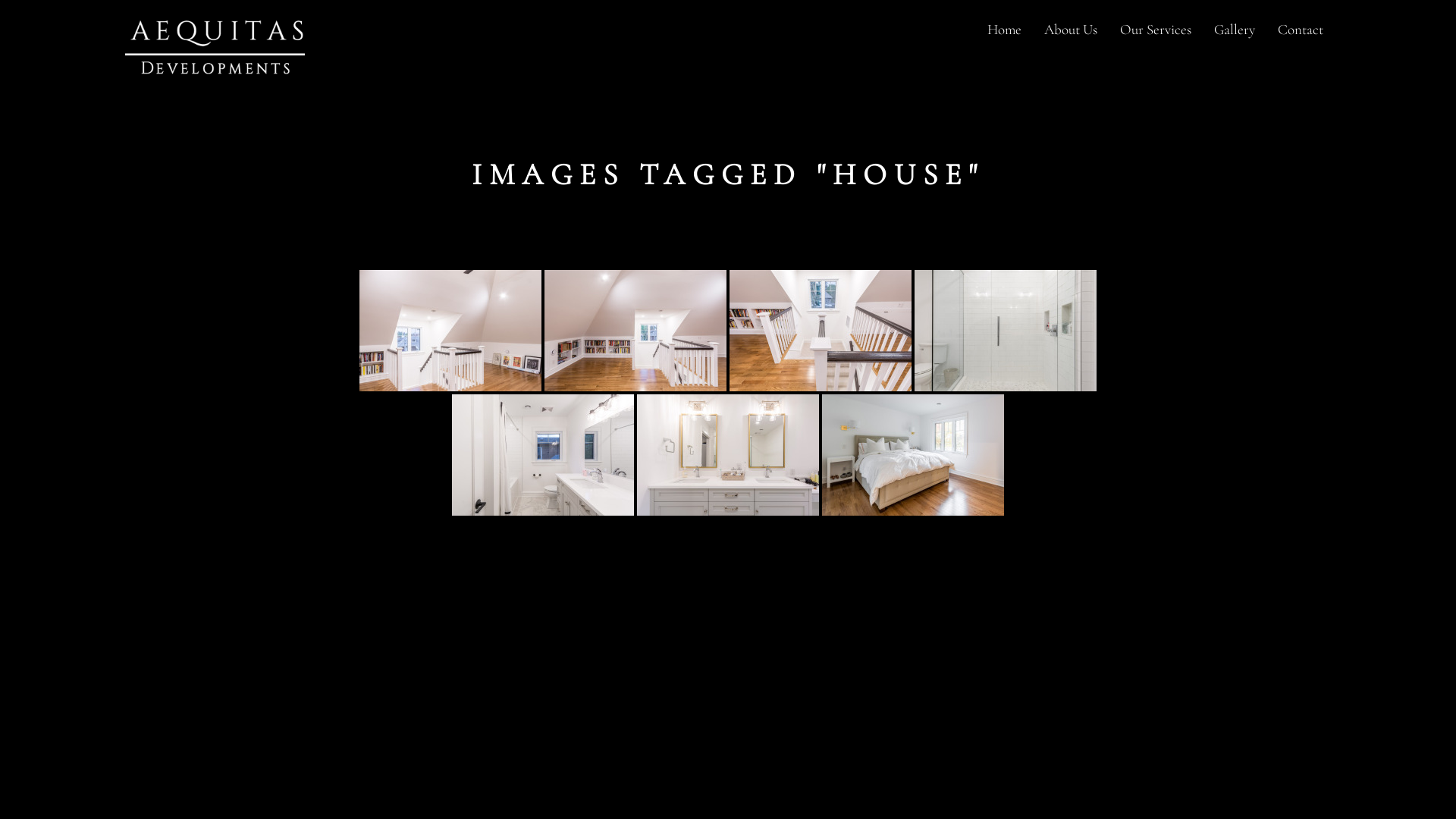  What do you see at coordinates (1299, 30) in the screenshot?
I see `'Contact'` at bounding box center [1299, 30].